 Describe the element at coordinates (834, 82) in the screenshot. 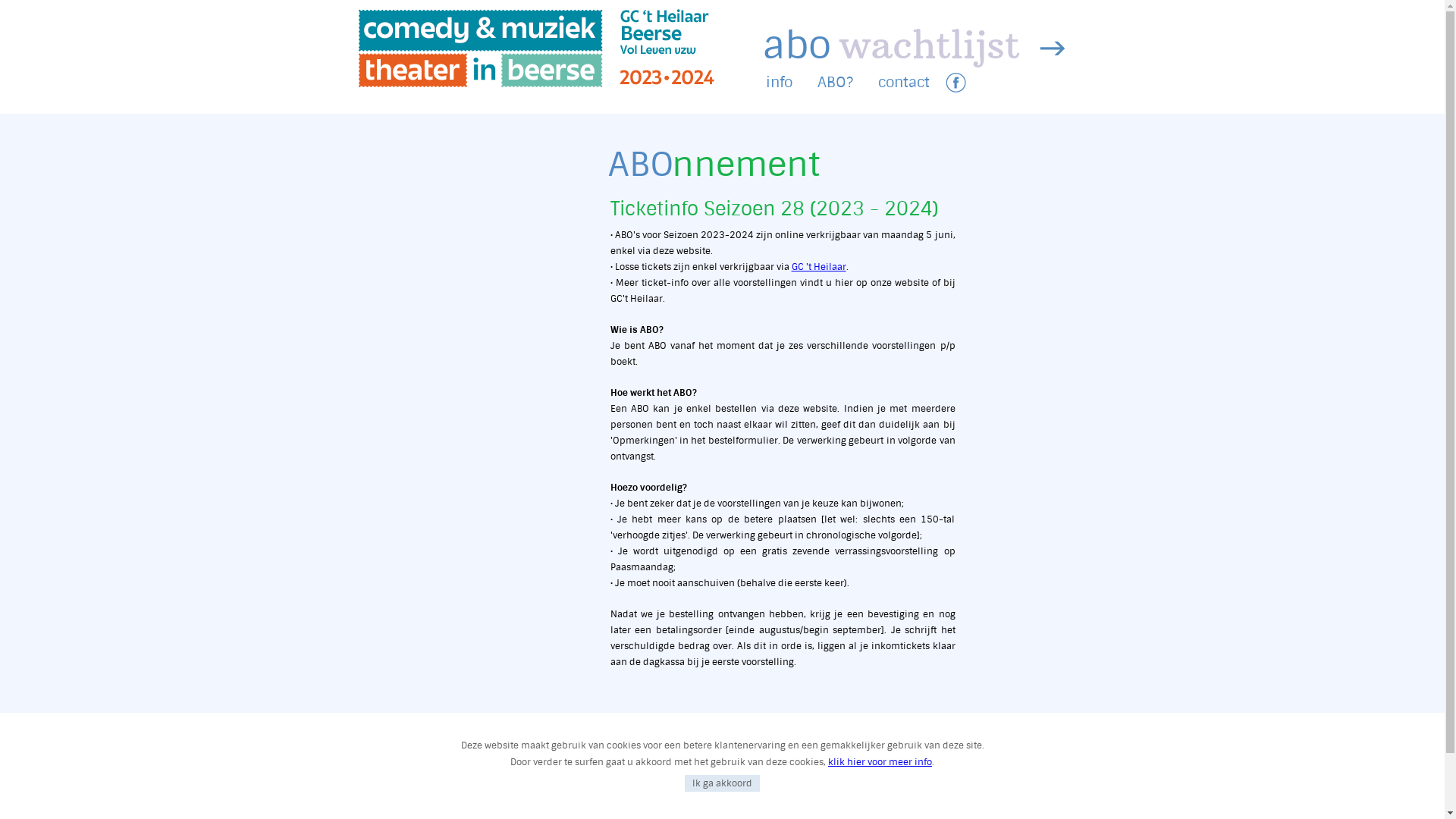

I see `'ABO?'` at that location.